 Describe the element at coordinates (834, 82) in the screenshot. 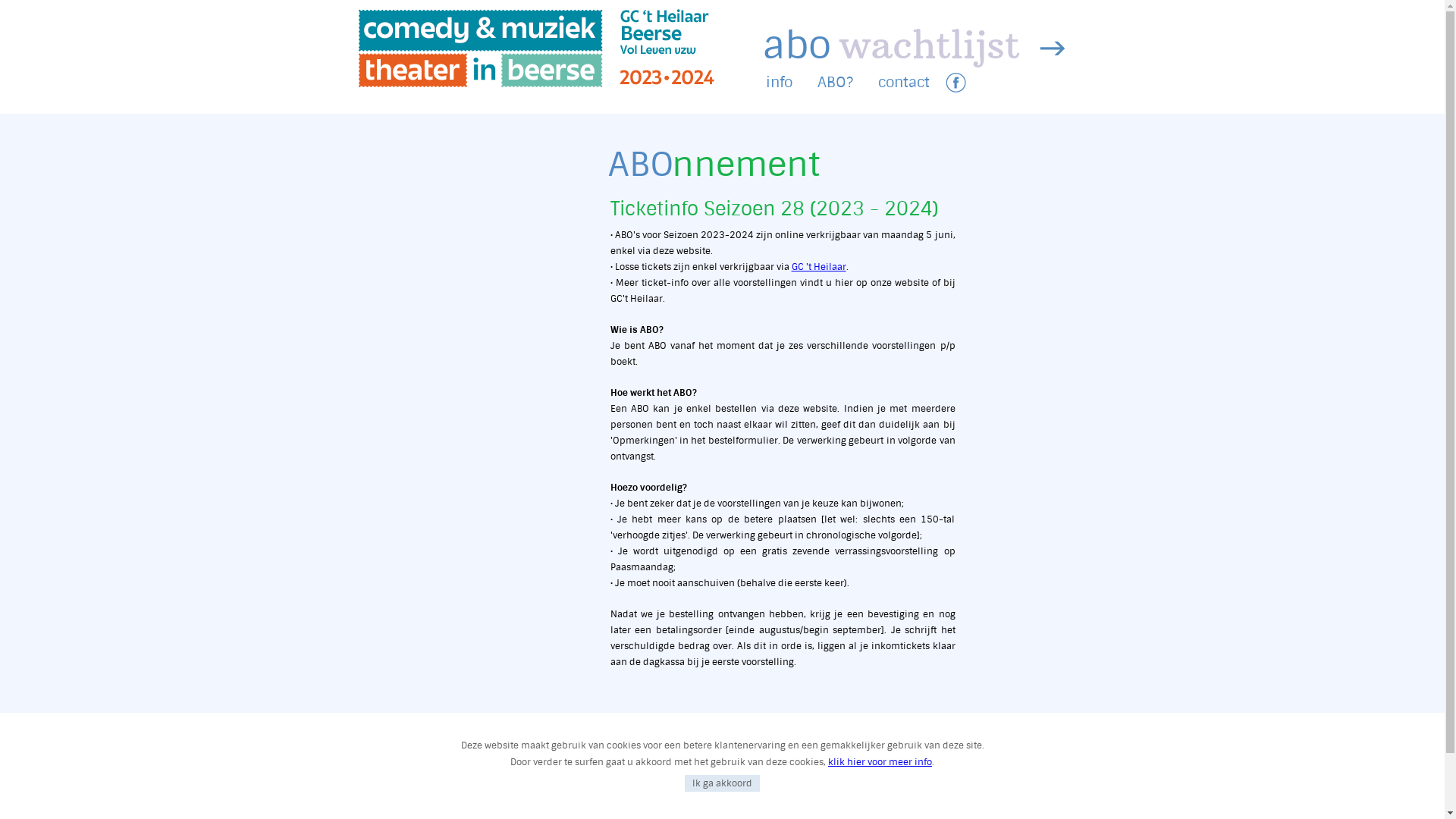

I see `'ABO?'` at that location.